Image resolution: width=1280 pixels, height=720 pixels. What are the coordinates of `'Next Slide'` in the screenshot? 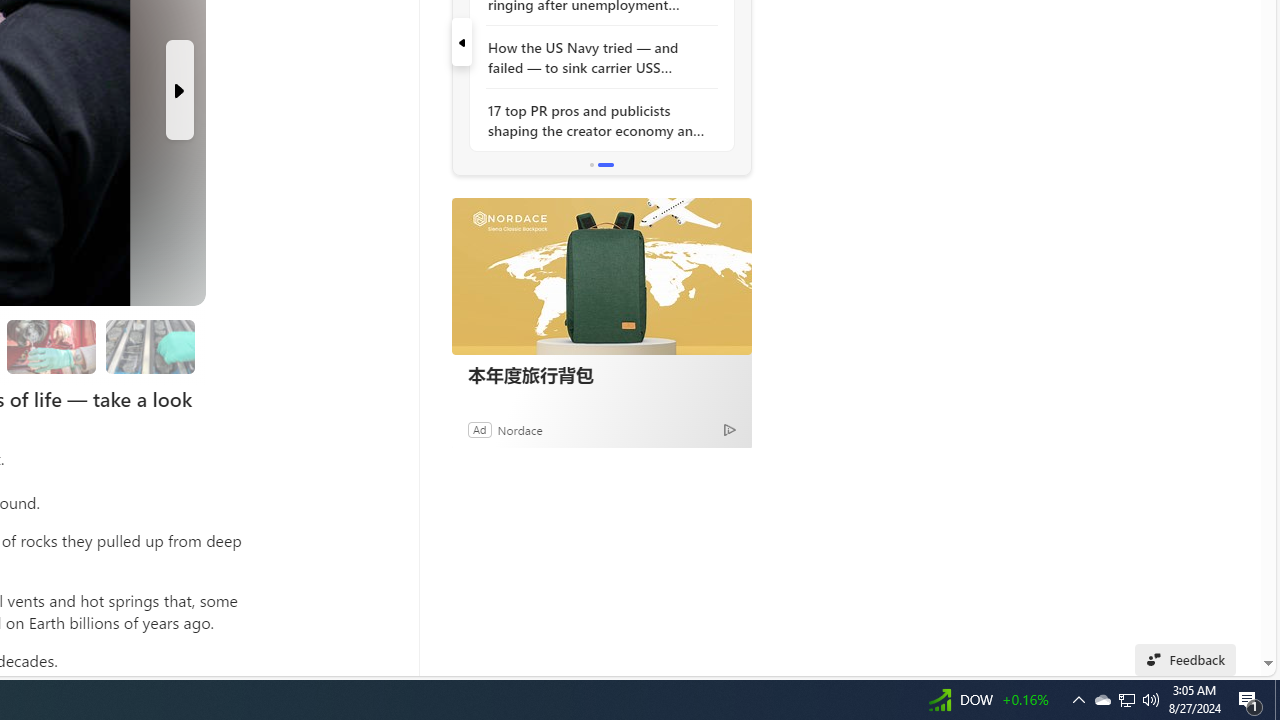 It's located at (179, 90).